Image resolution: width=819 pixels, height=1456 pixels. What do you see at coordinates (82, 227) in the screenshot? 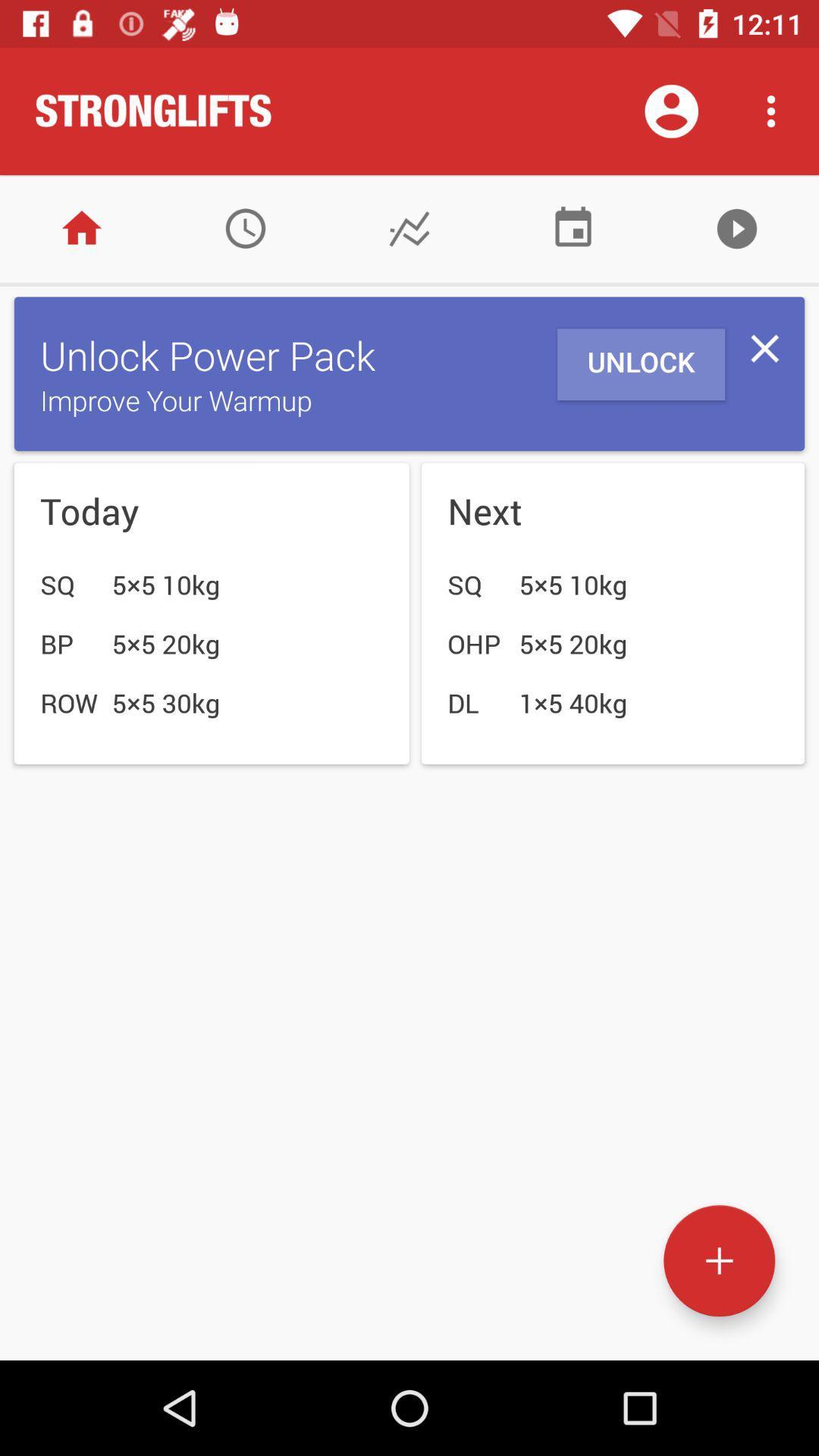
I see `goes to app 's home screen` at bounding box center [82, 227].